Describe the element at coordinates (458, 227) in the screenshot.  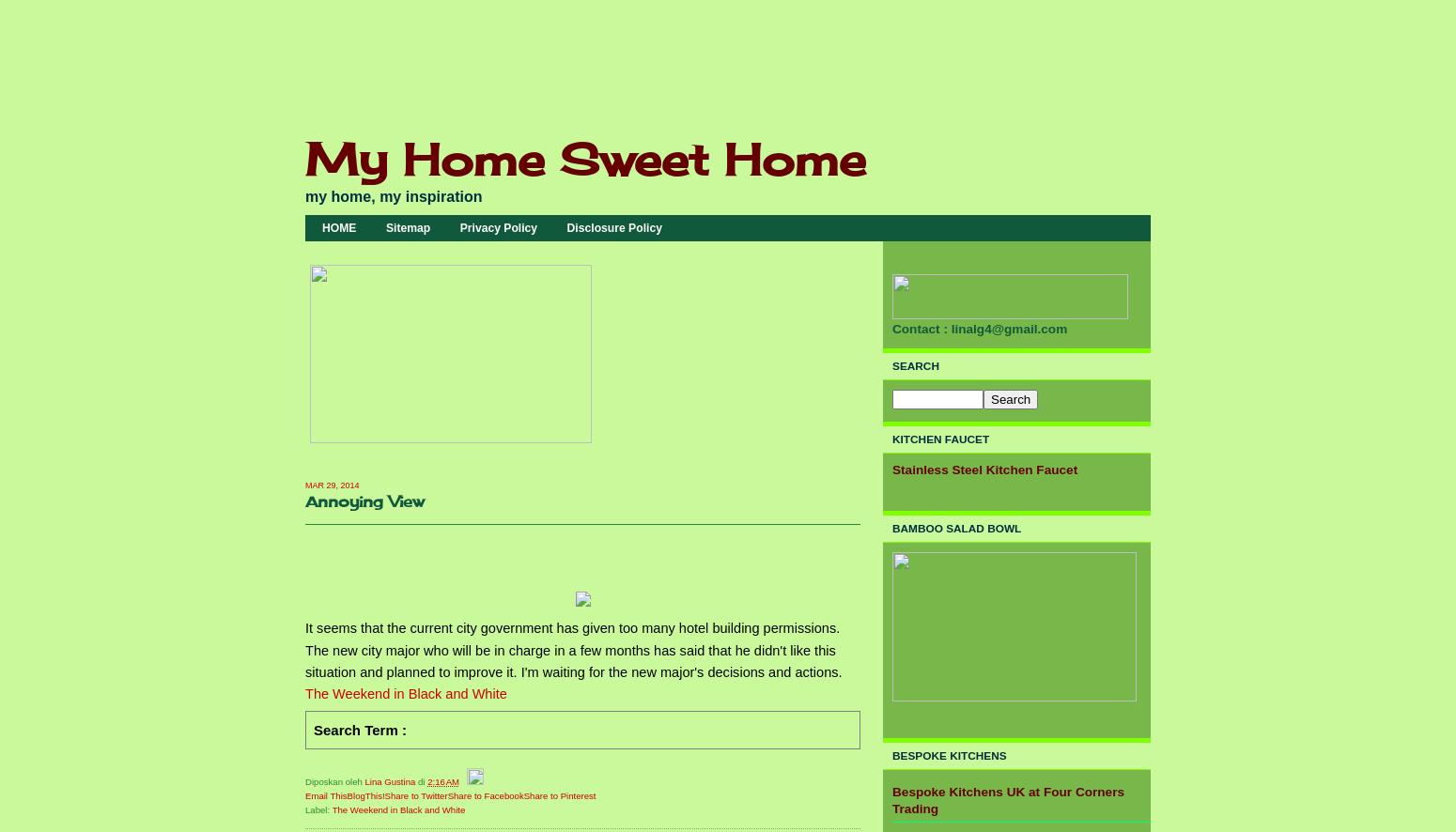
I see `'Privacy Policy'` at that location.